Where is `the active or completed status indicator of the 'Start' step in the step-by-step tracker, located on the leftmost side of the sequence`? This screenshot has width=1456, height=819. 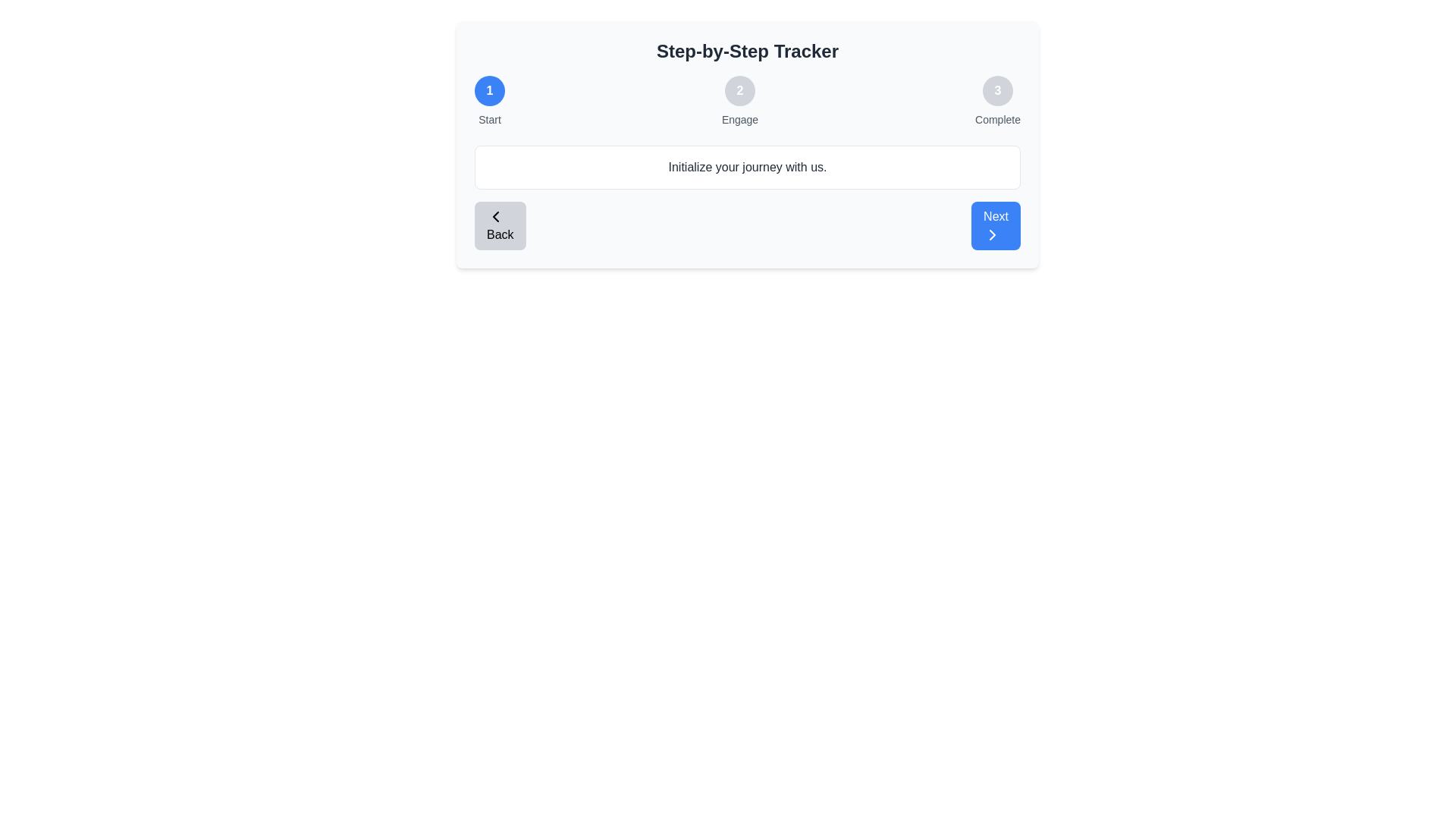 the active or completed status indicator of the 'Start' step in the step-by-step tracker, located on the leftmost side of the sequence is located at coordinates (490, 102).